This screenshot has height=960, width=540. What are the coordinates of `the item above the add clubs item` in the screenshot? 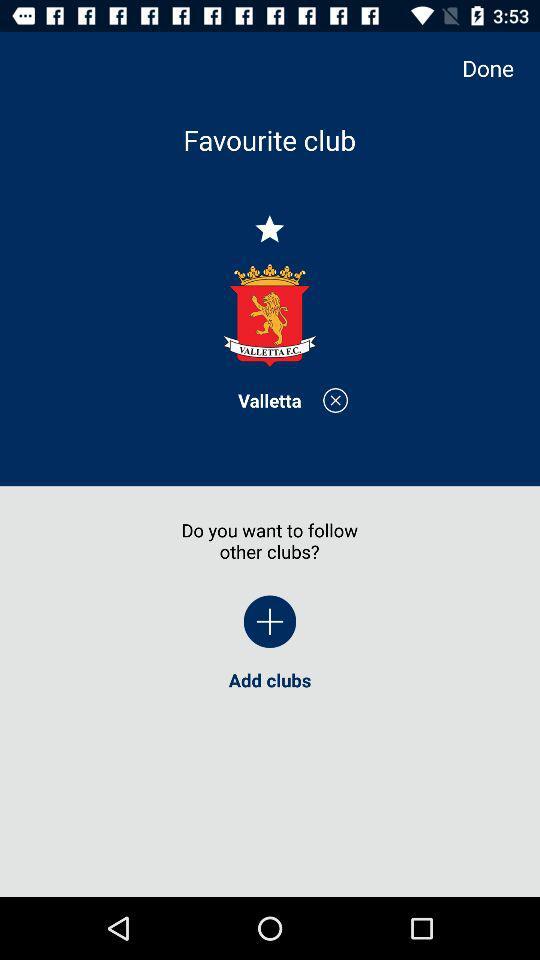 It's located at (270, 620).